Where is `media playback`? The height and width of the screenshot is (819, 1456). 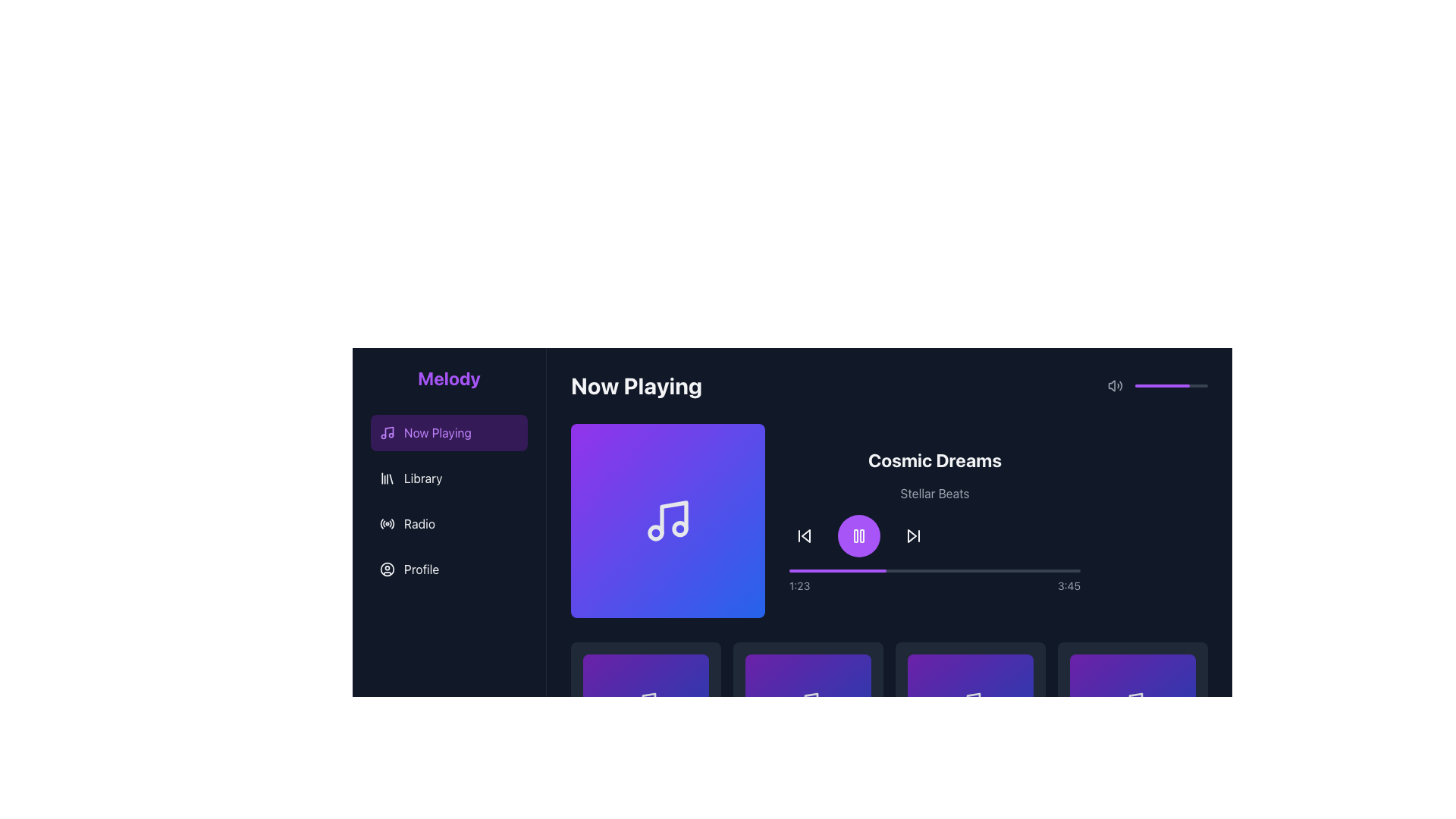 media playback is located at coordinates (921, 570).